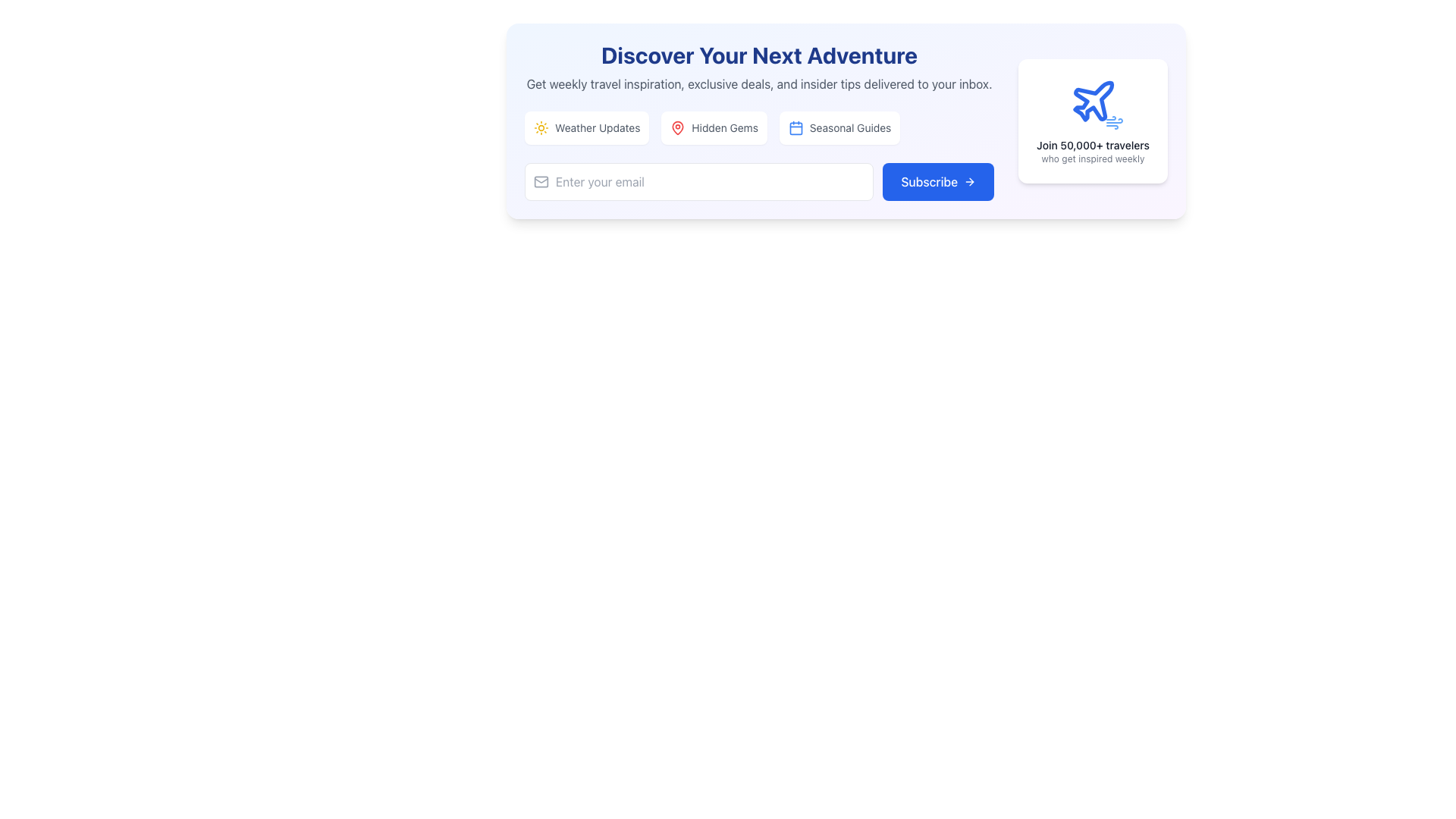  What do you see at coordinates (714, 127) in the screenshot?
I see `the 'Hidden Gems' button, which is centrally located among three buttons below the main heading` at bounding box center [714, 127].